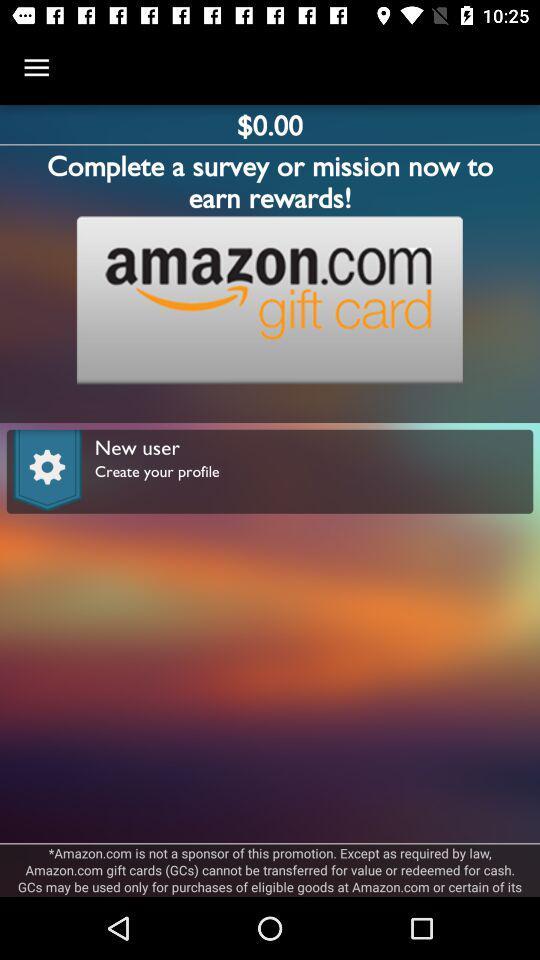 Image resolution: width=540 pixels, height=960 pixels. I want to click on app, so click(269, 299).